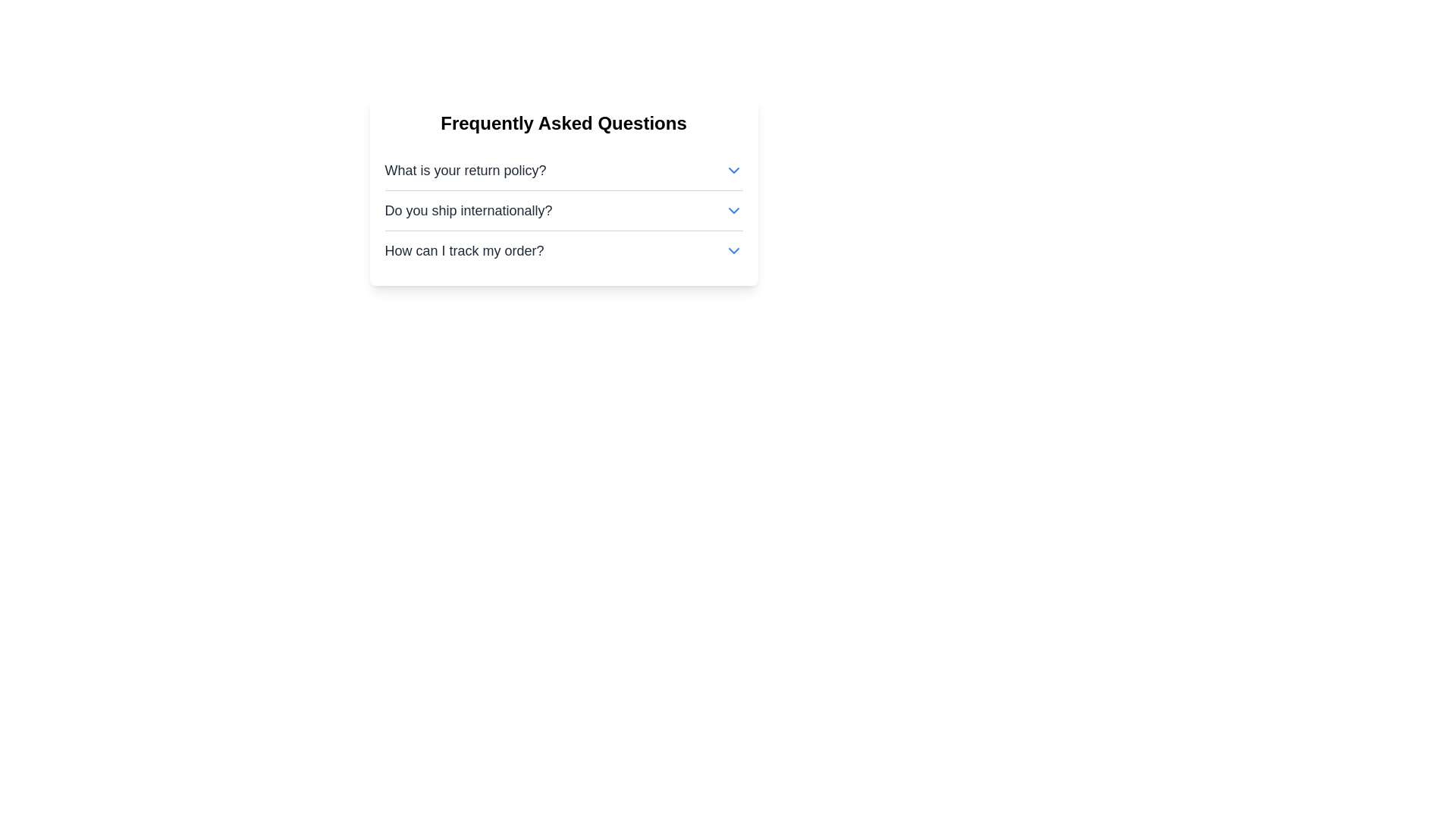  Describe the element at coordinates (563, 170) in the screenshot. I see `the toggle for the return policy section` at that location.